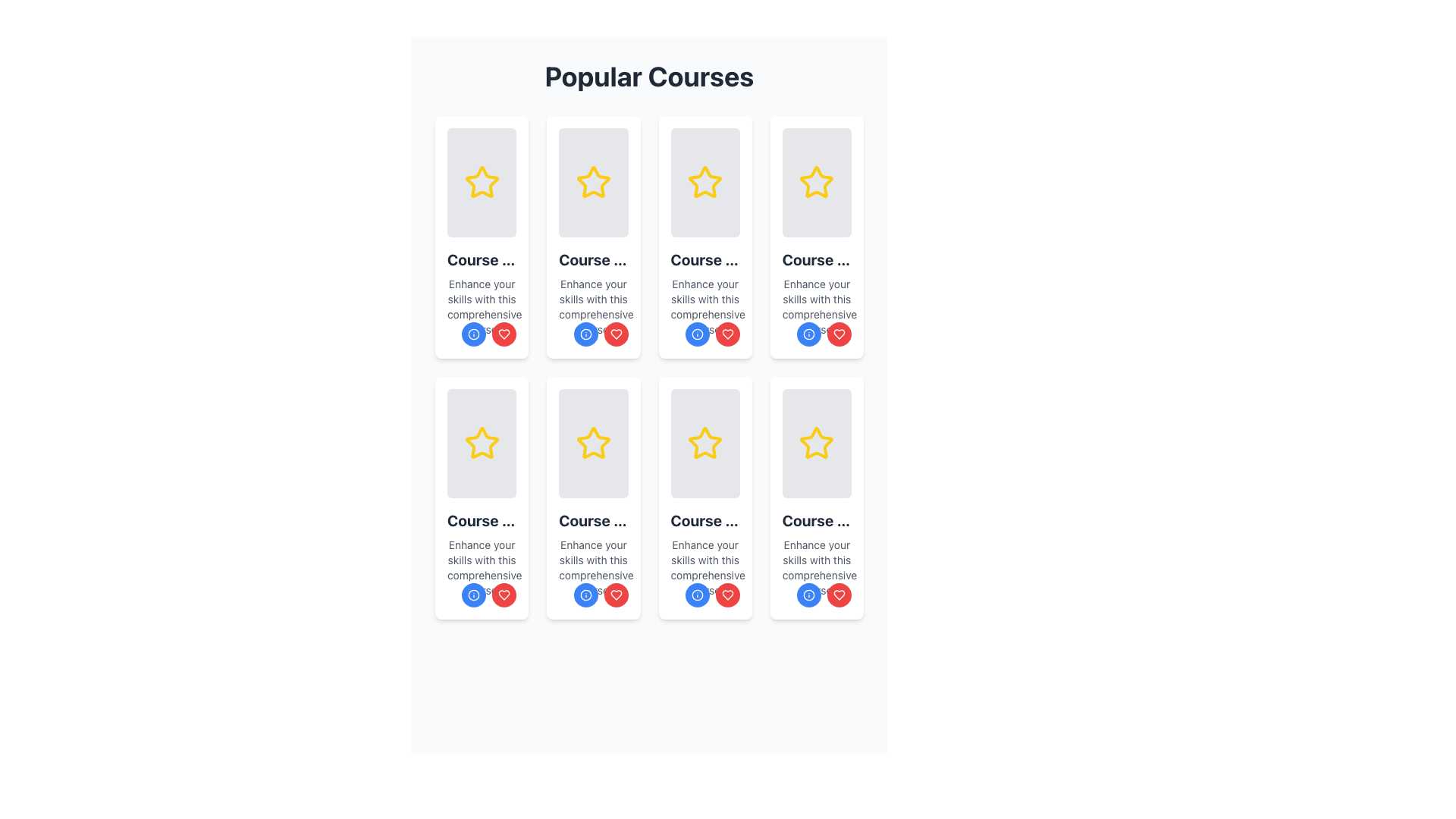 This screenshot has width=1456, height=819. What do you see at coordinates (504, 595) in the screenshot?
I see `the red heart-shaped icon in the 'Popular Courses' section` at bounding box center [504, 595].